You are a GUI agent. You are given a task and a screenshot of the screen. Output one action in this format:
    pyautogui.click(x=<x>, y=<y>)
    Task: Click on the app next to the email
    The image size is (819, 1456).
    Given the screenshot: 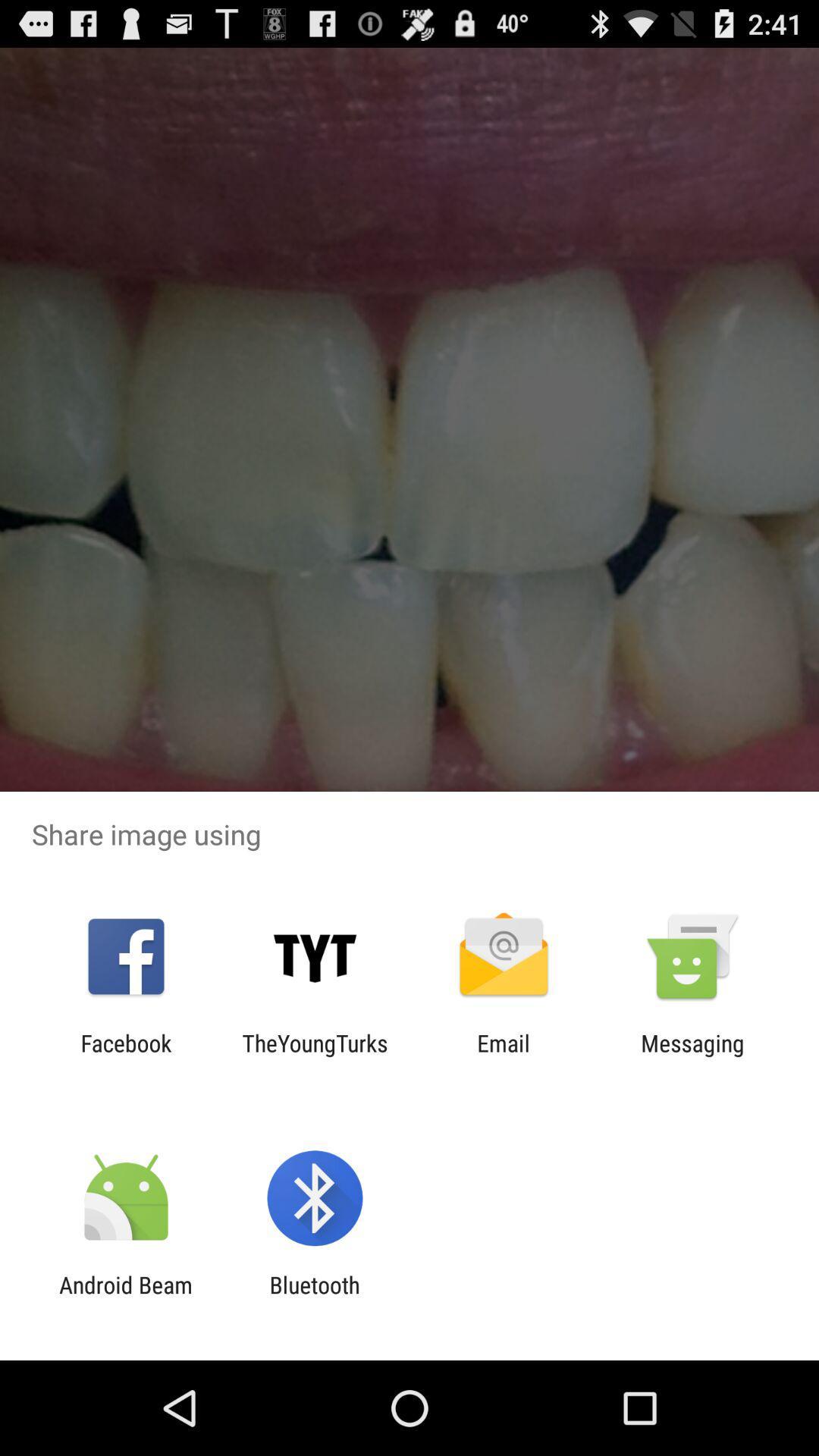 What is the action you would take?
    pyautogui.click(x=314, y=1056)
    